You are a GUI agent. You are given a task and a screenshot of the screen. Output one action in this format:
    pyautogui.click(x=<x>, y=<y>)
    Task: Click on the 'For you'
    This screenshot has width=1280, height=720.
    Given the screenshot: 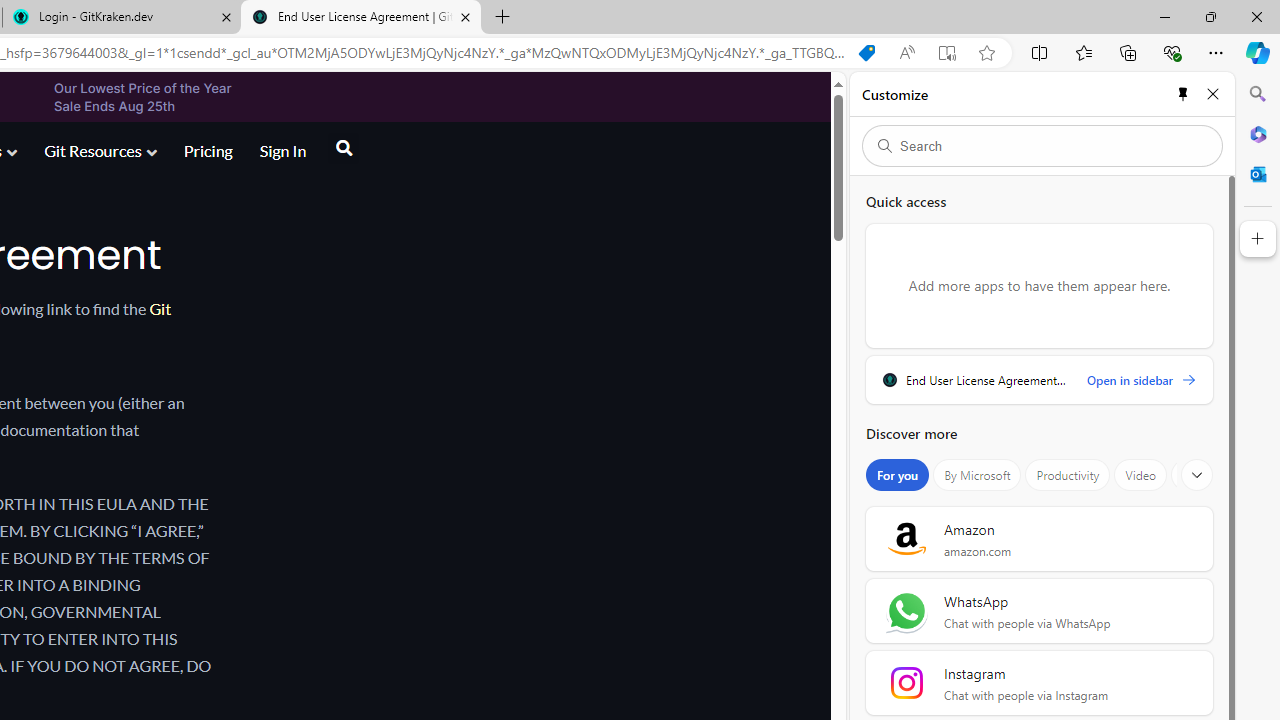 What is the action you would take?
    pyautogui.click(x=897, y=475)
    